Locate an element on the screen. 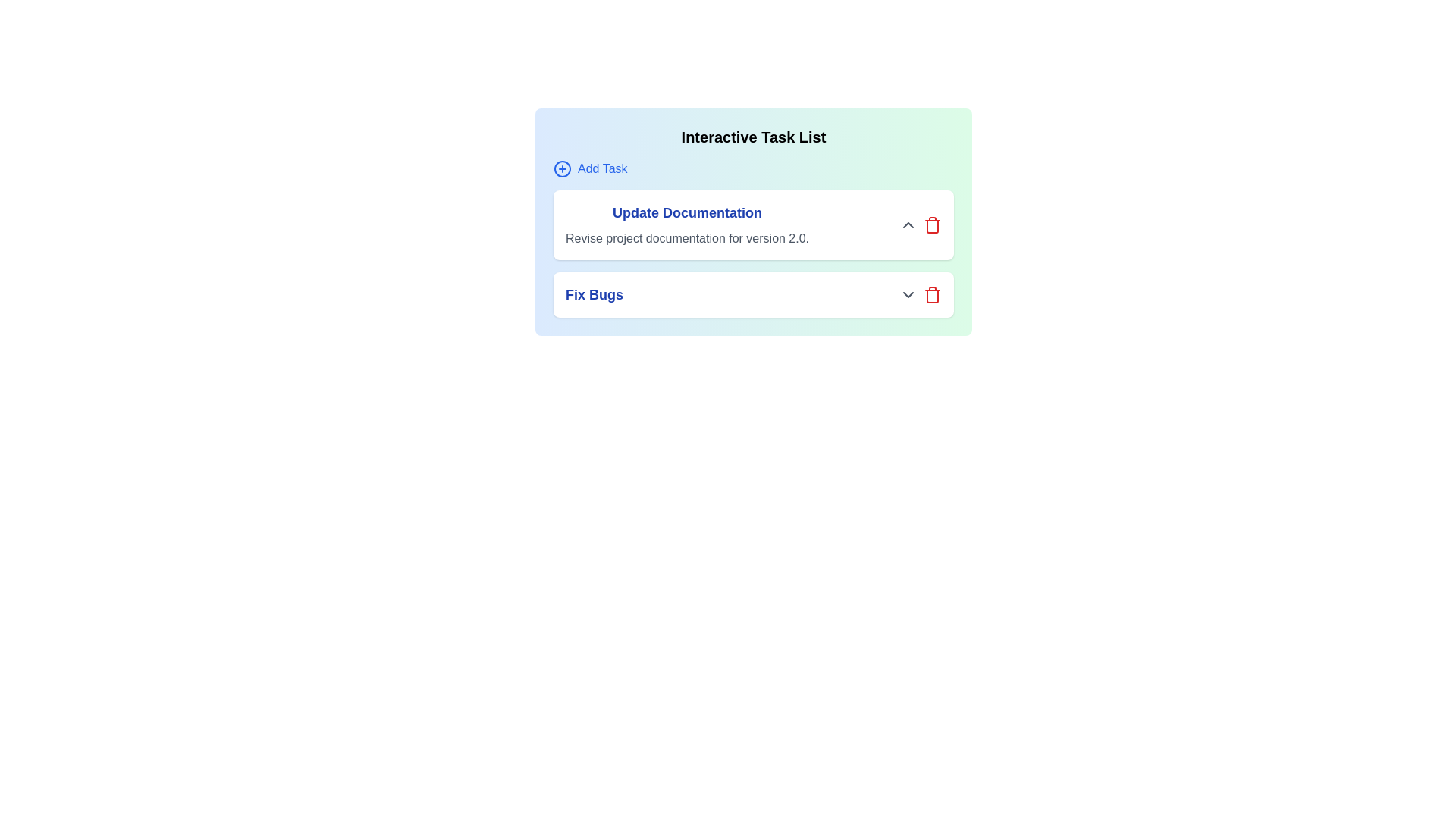 This screenshot has height=819, width=1456. the 'Add Task' button to add a new task is located at coordinates (589, 169).